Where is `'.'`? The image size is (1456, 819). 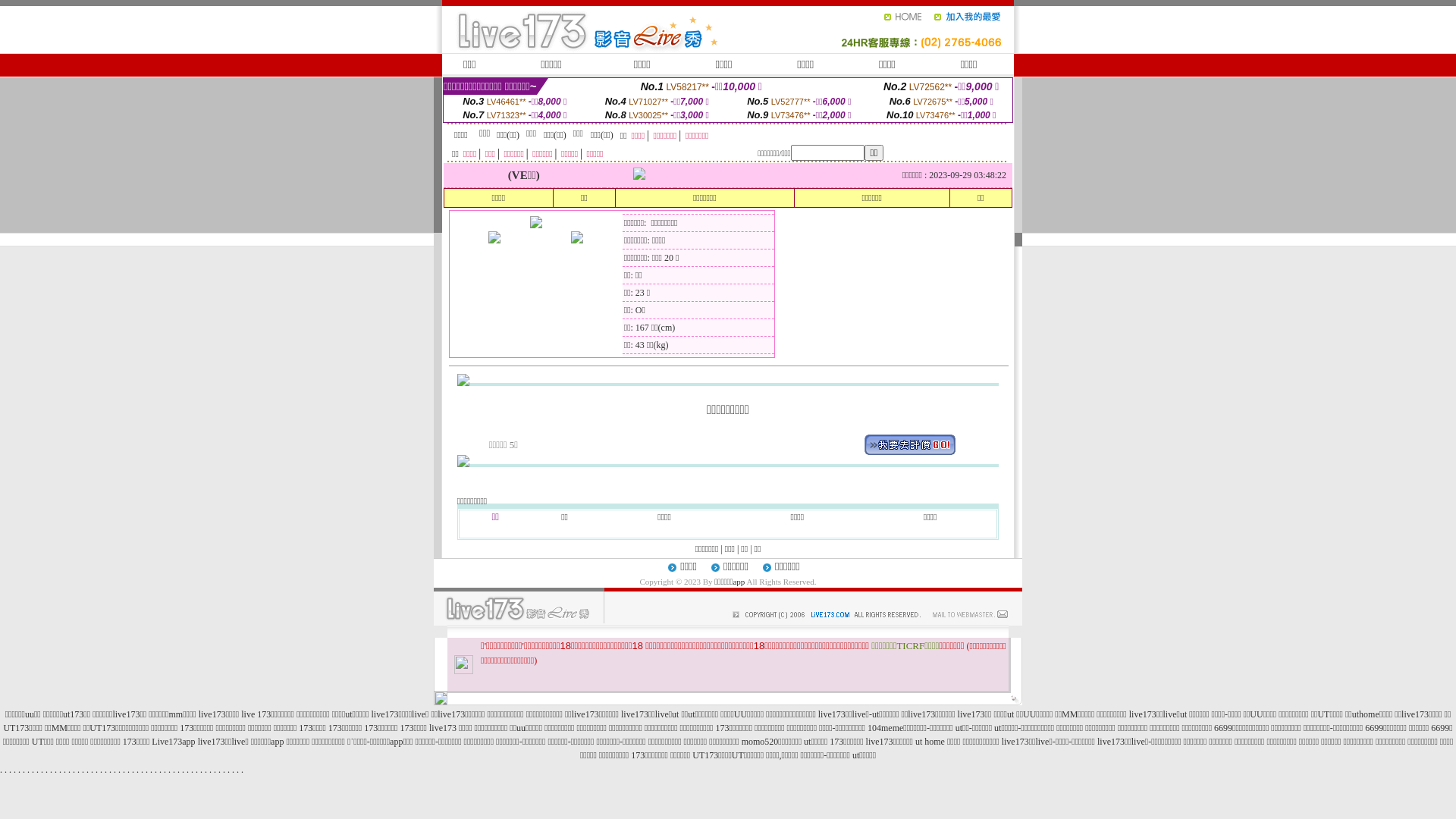
'.' is located at coordinates (164, 769).